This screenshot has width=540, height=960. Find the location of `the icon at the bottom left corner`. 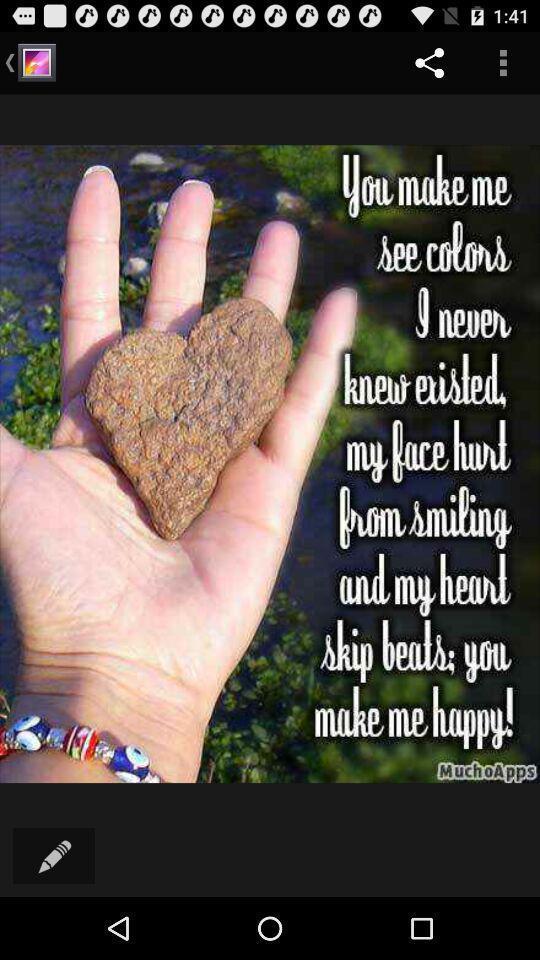

the icon at the bottom left corner is located at coordinates (54, 855).